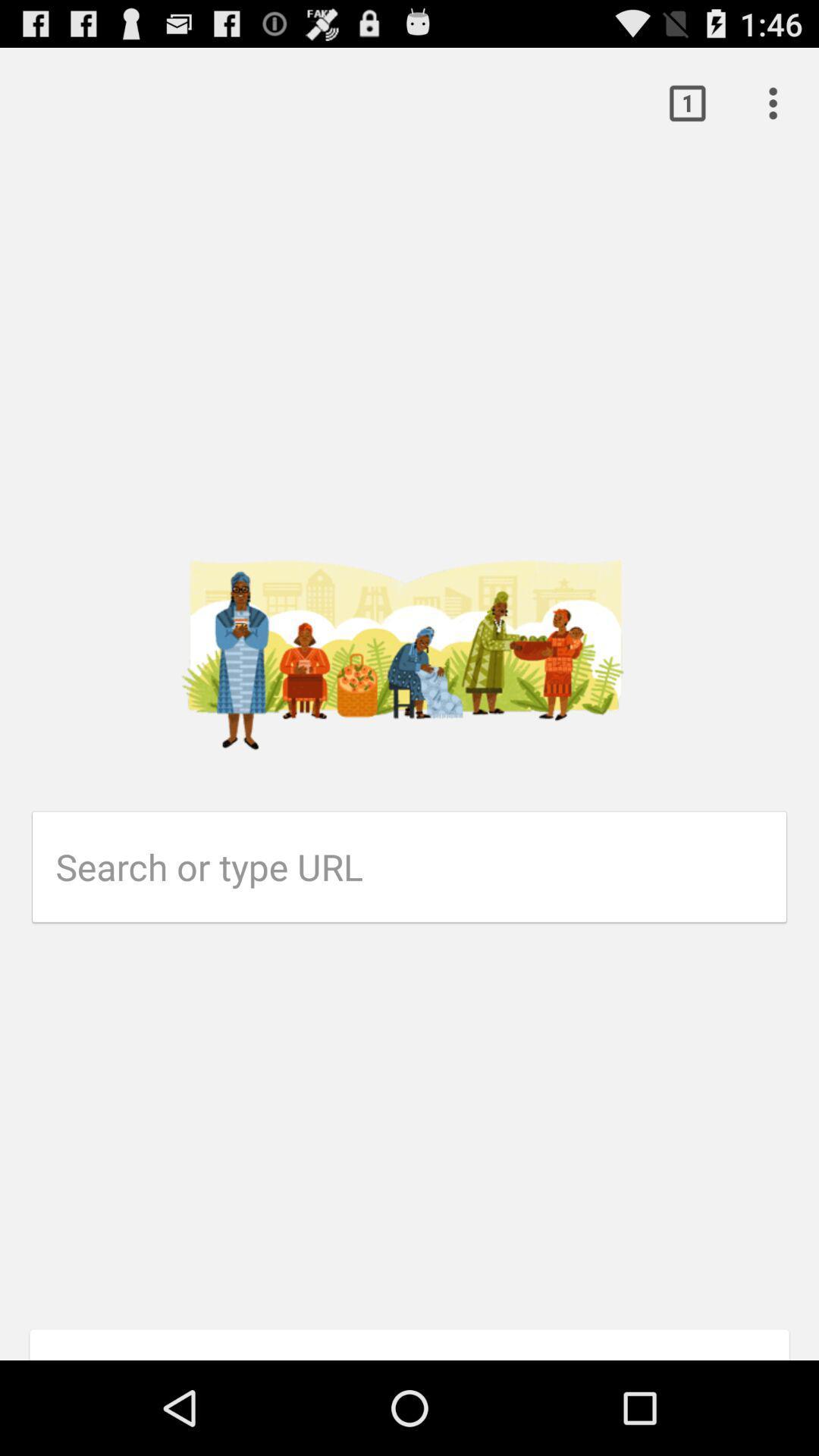 Image resolution: width=819 pixels, height=1456 pixels. I want to click on search for url, so click(421, 867).